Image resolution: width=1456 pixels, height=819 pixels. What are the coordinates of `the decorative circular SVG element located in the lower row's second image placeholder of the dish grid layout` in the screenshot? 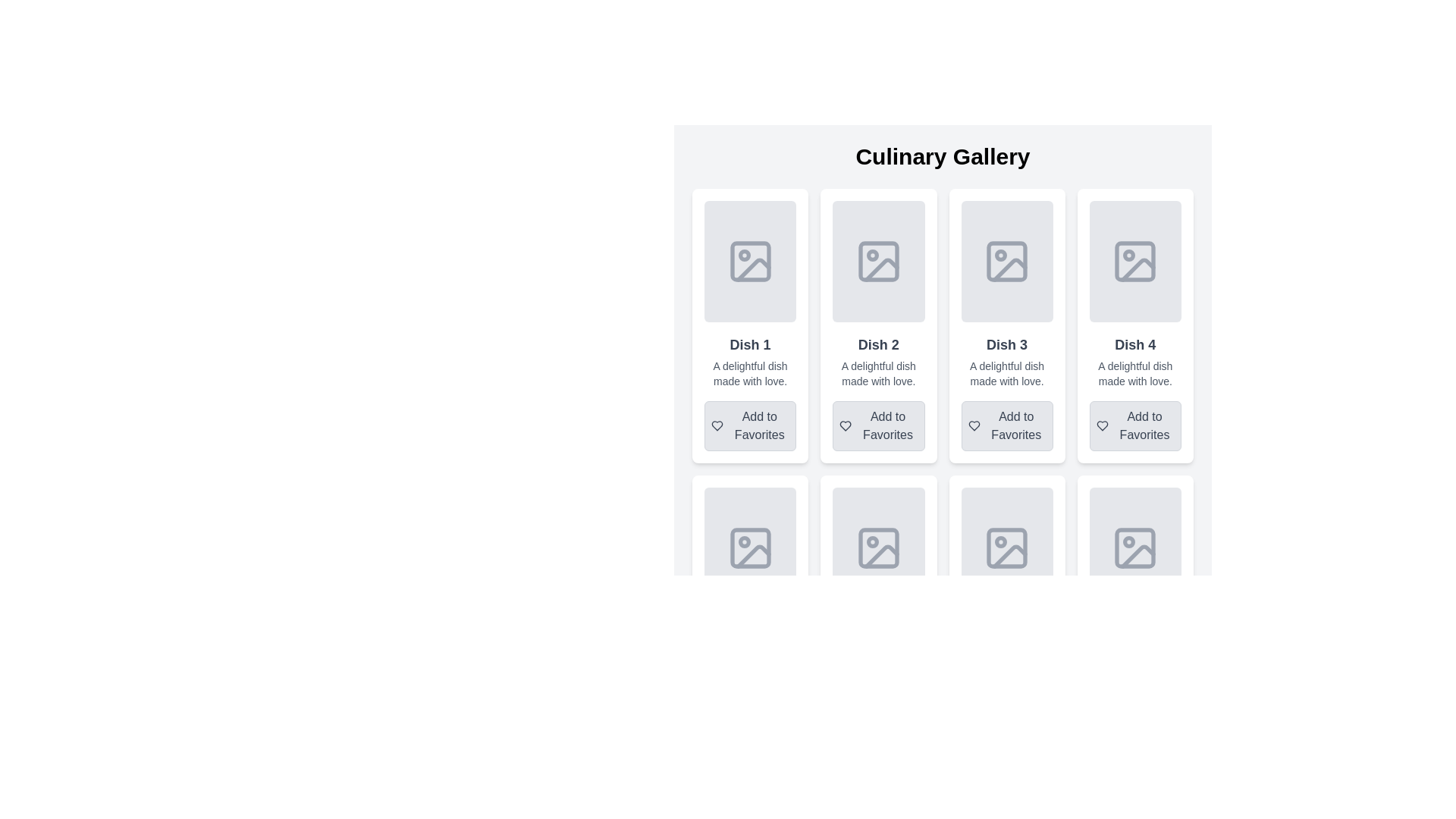 It's located at (872, 541).